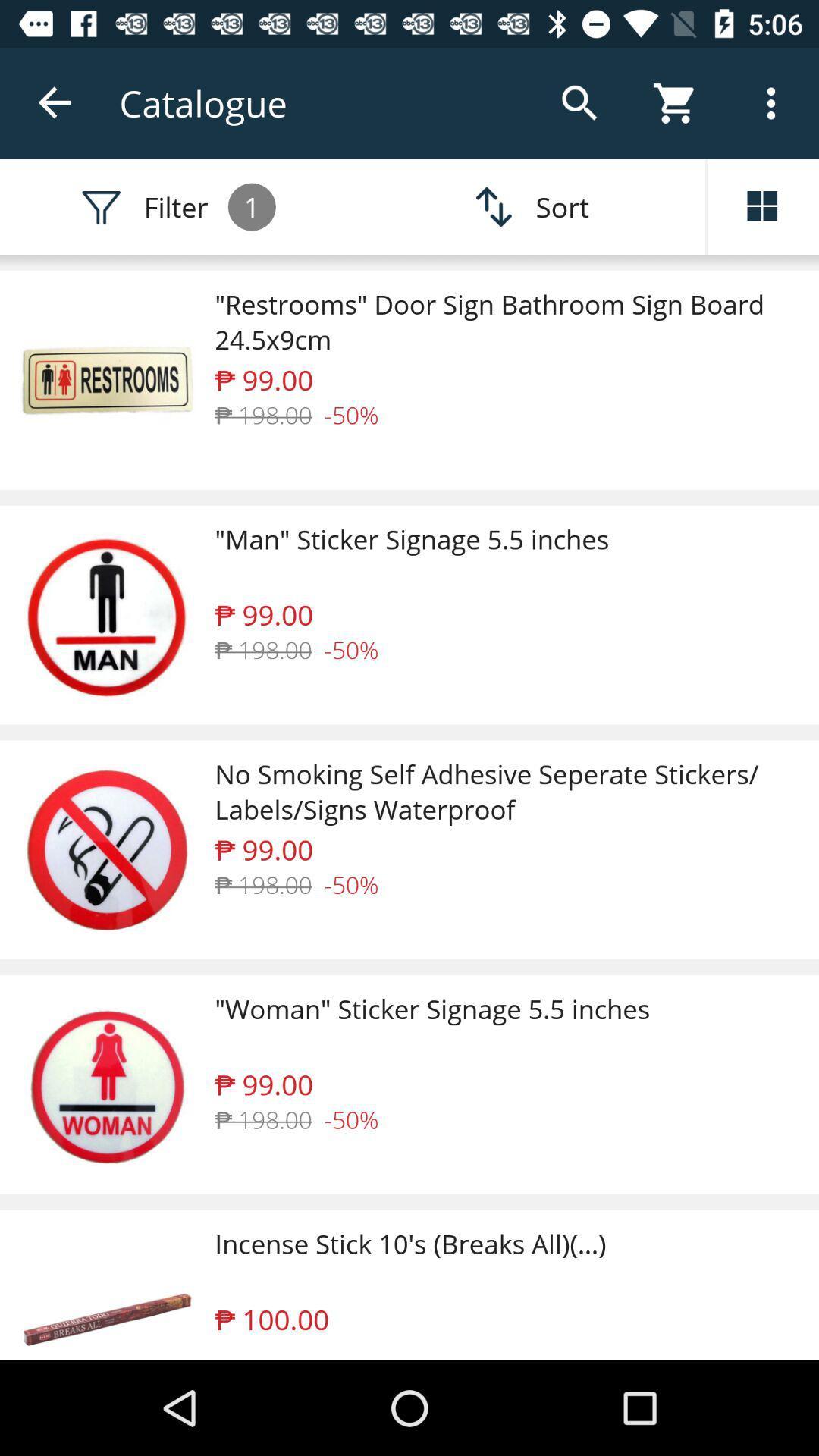  Describe the element at coordinates (55, 102) in the screenshot. I see `the item above filter` at that location.